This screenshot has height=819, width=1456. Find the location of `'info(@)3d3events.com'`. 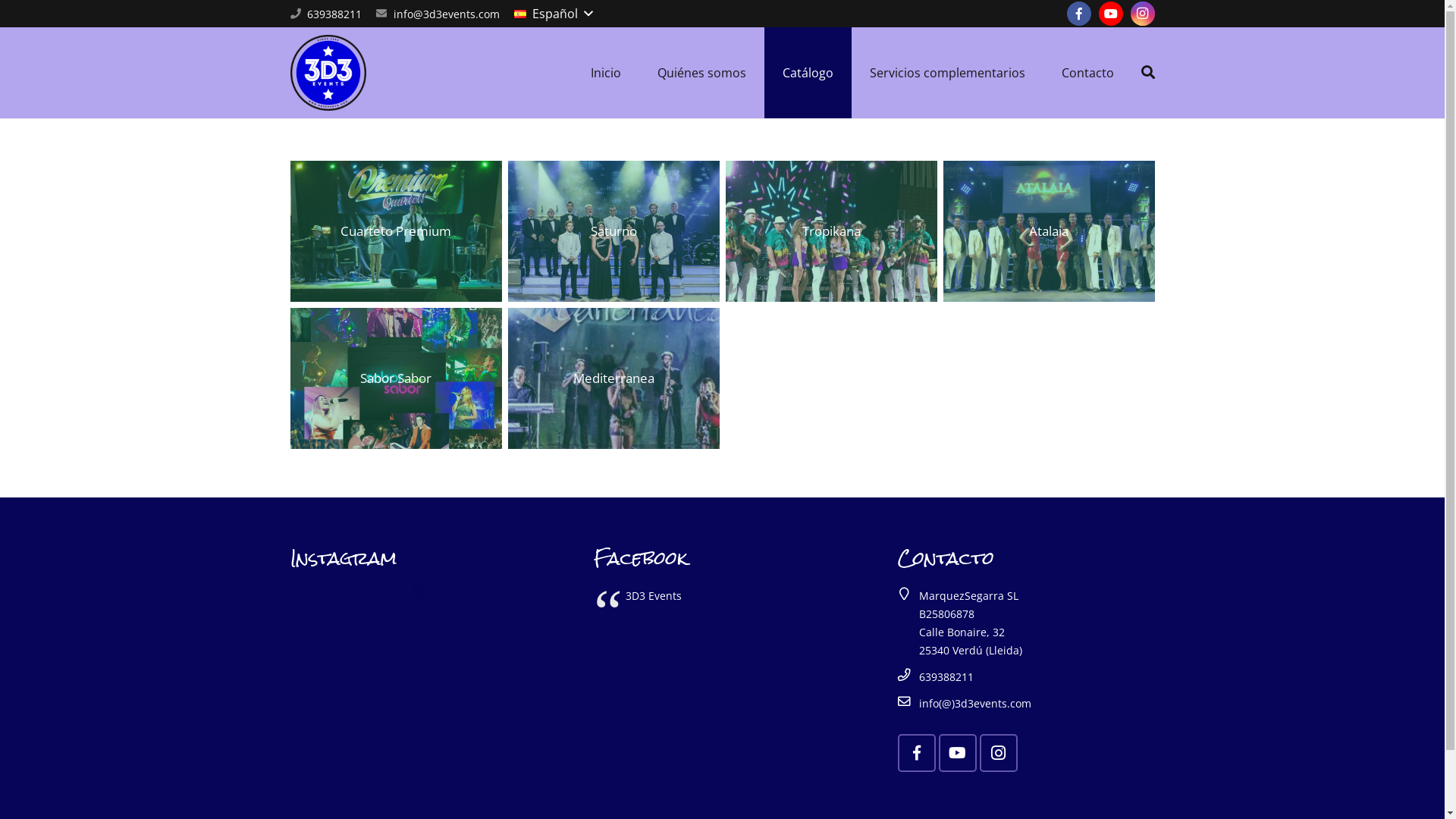

'info(@)3d3events.com' is located at coordinates (975, 703).